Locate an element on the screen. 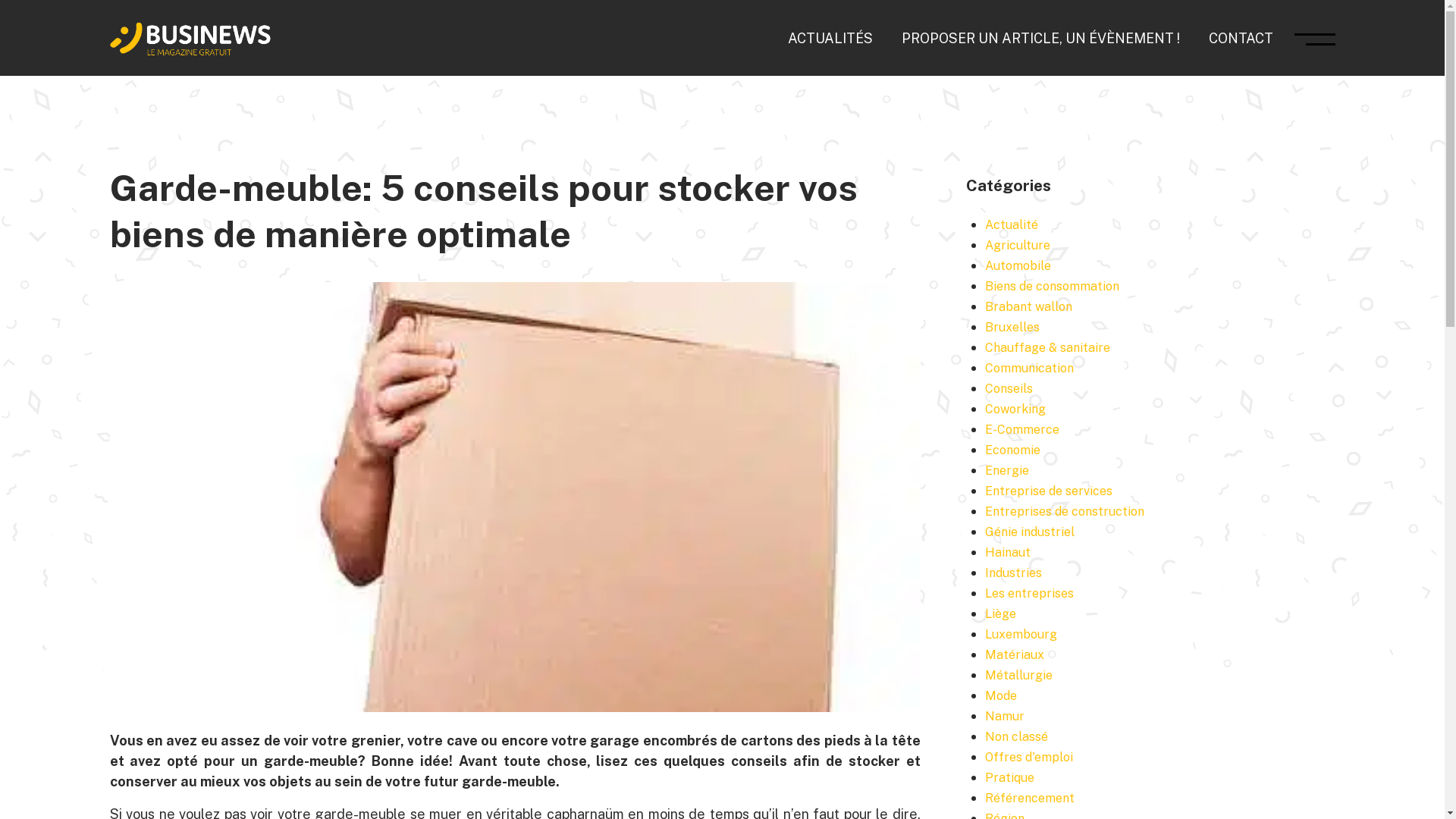  'CONTACT' is located at coordinates (1241, 36).